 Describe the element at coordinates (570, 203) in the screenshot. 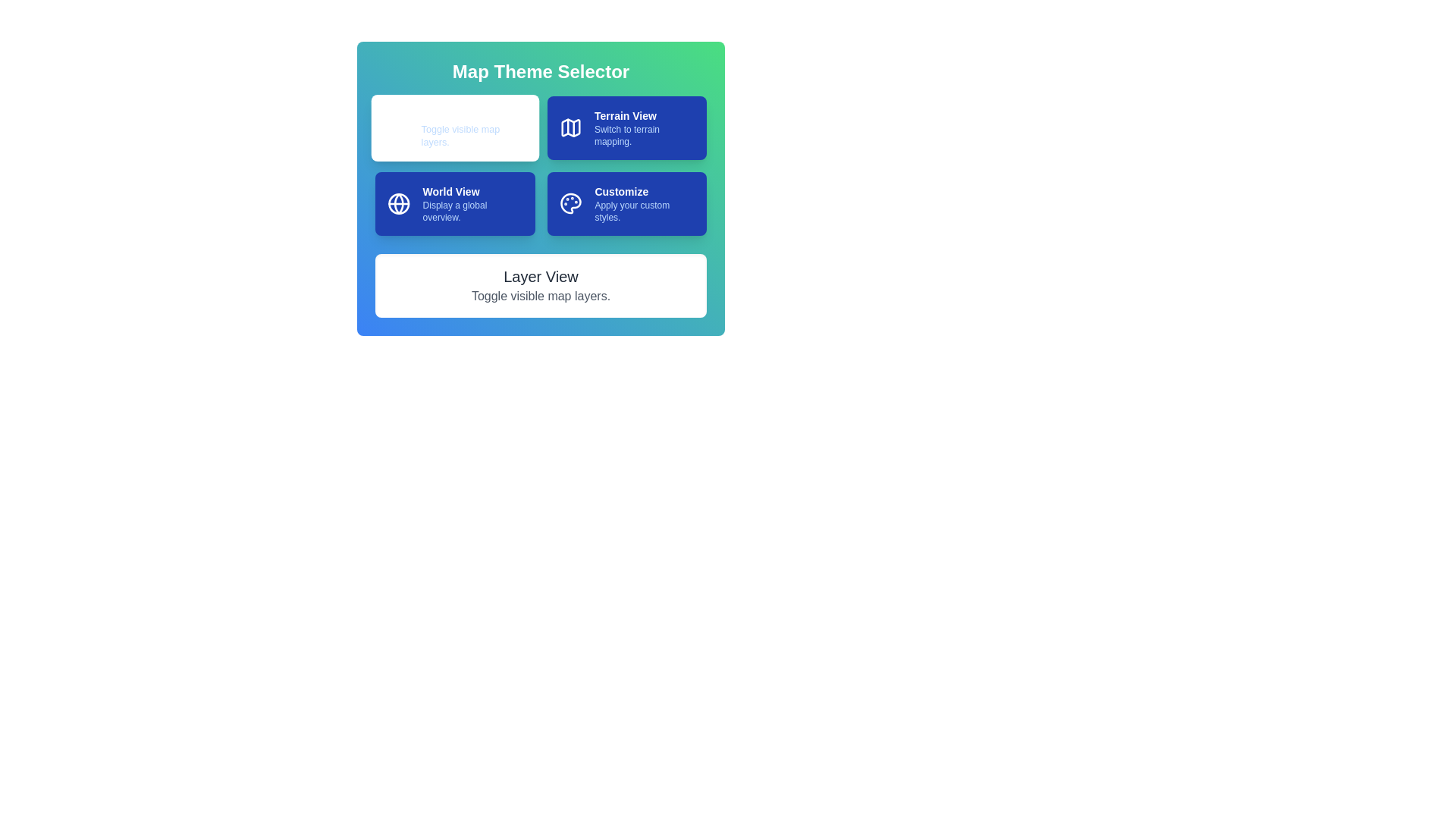

I see `the Item Icon representing 'customization' located on the right side of the 'Customize' button in the highlighted panel` at that location.